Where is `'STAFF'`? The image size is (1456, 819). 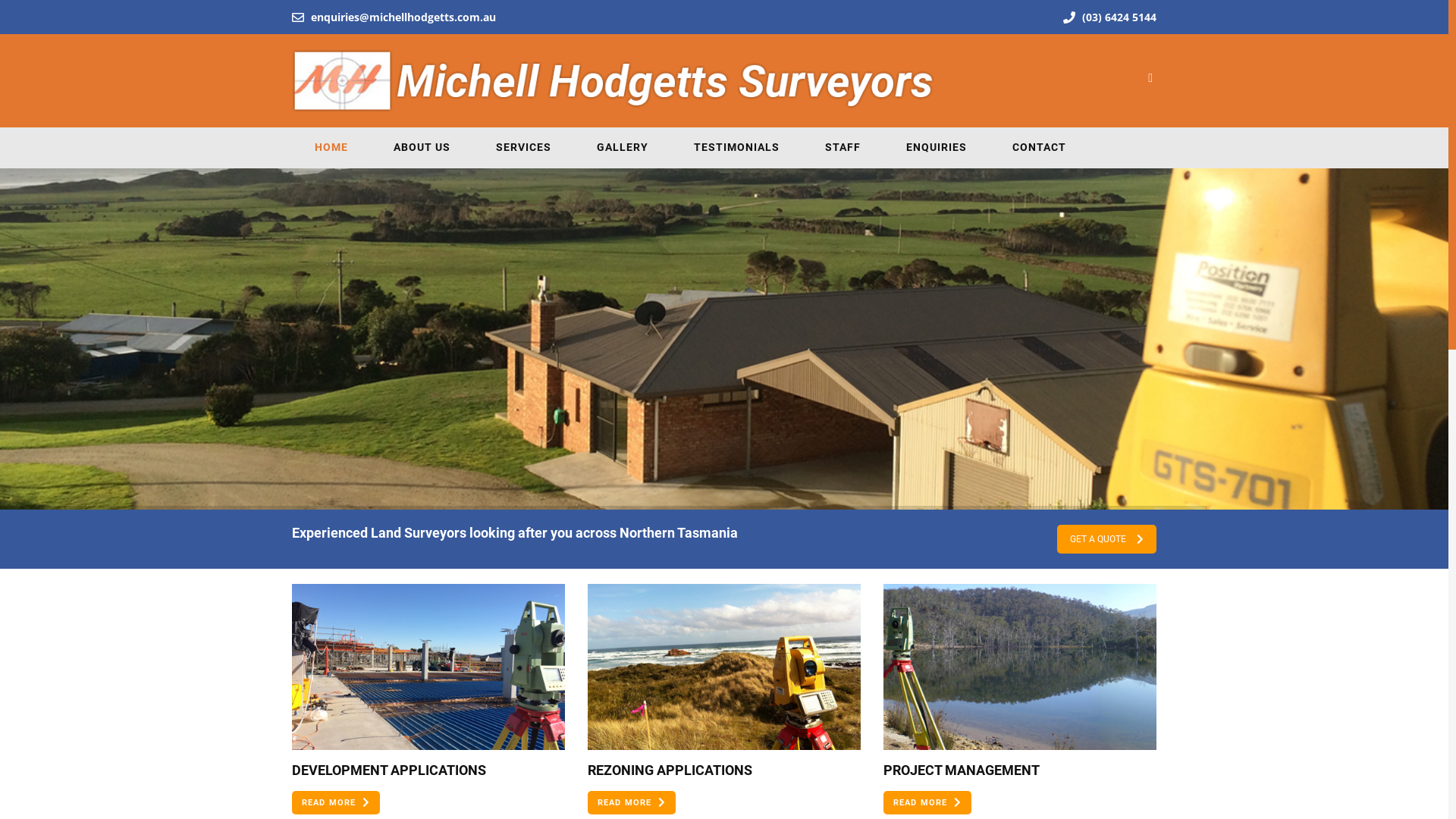 'STAFF' is located at coordinates (842, 147).